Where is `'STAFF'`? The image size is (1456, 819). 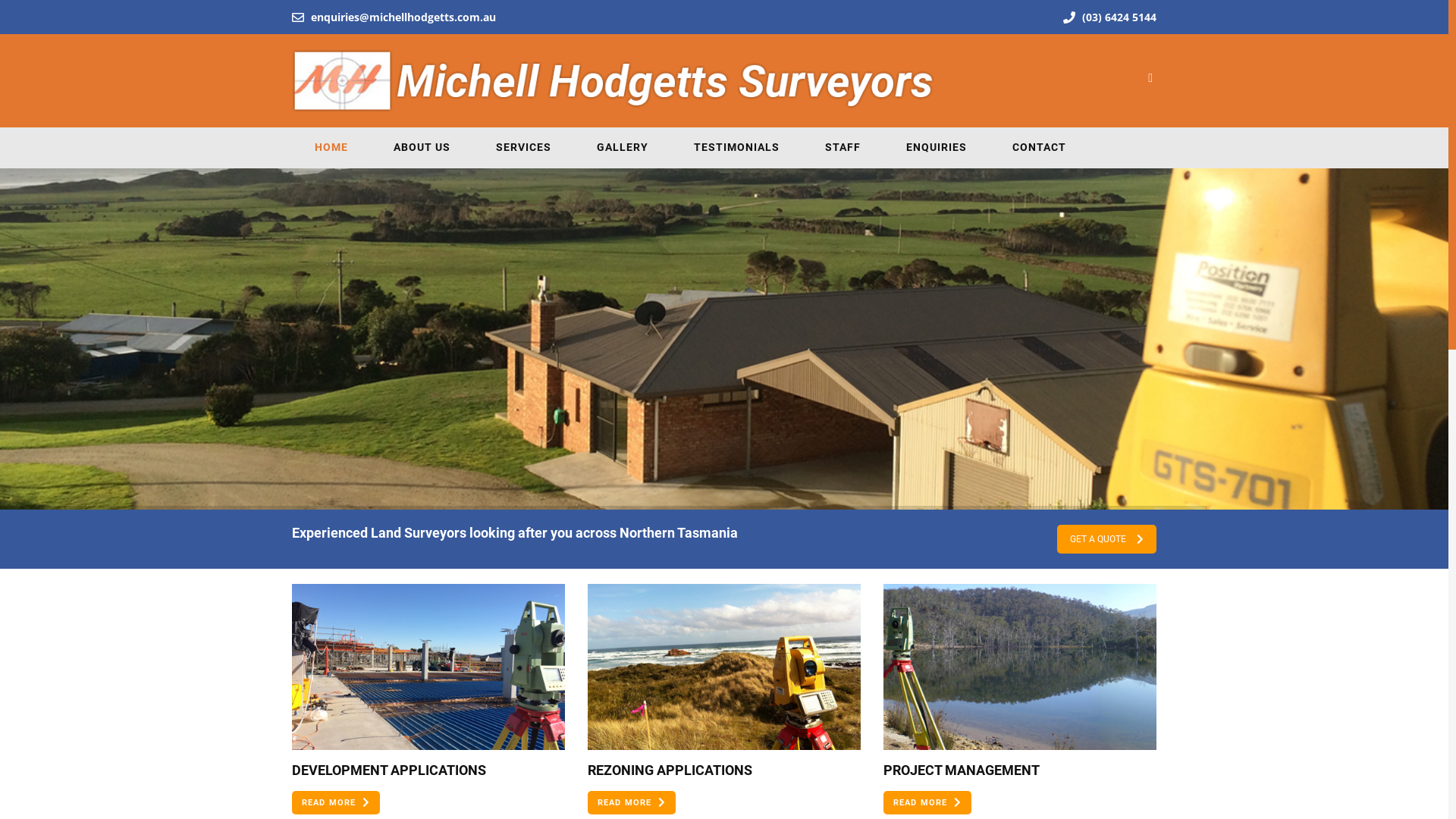 'STAFF' is located at coordinates (842, 147).